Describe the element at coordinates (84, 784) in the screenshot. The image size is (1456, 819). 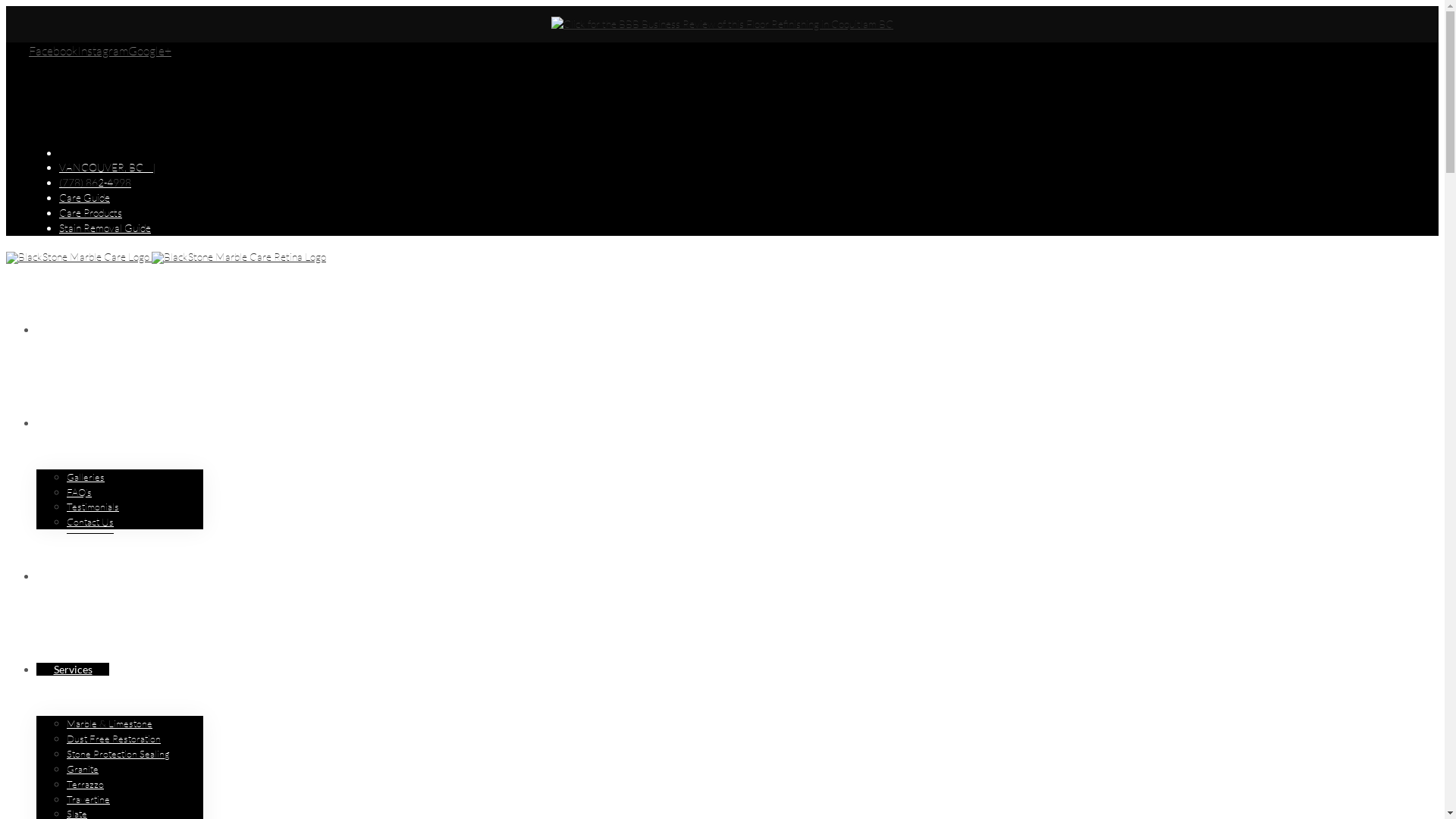
I see `'Terrazzo'` at that location.